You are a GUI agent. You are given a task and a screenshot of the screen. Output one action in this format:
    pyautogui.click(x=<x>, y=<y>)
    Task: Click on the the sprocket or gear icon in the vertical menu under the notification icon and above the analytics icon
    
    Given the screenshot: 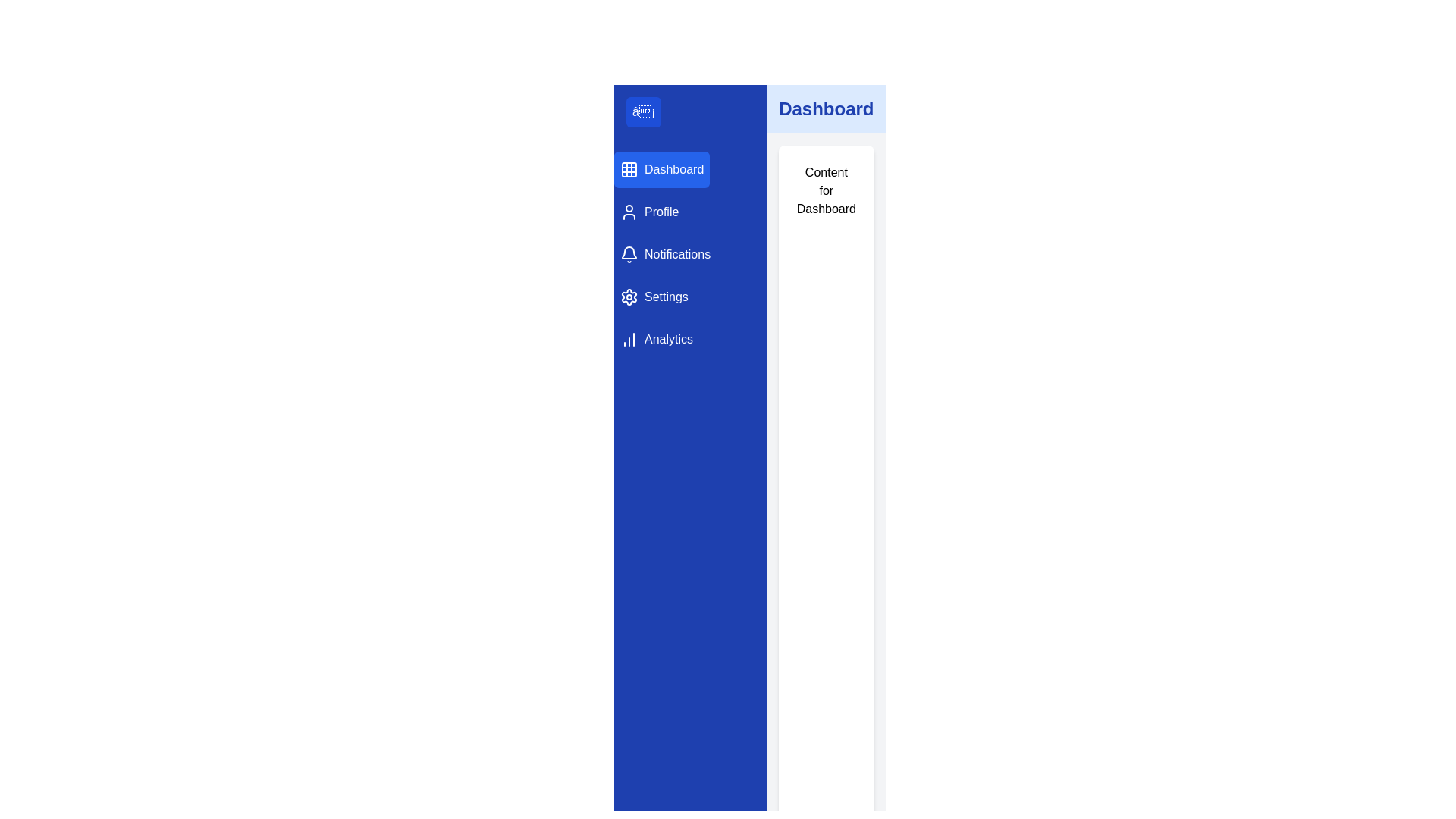 What is the action you would take?
    pyautogui.click(x=629, y=297)
    